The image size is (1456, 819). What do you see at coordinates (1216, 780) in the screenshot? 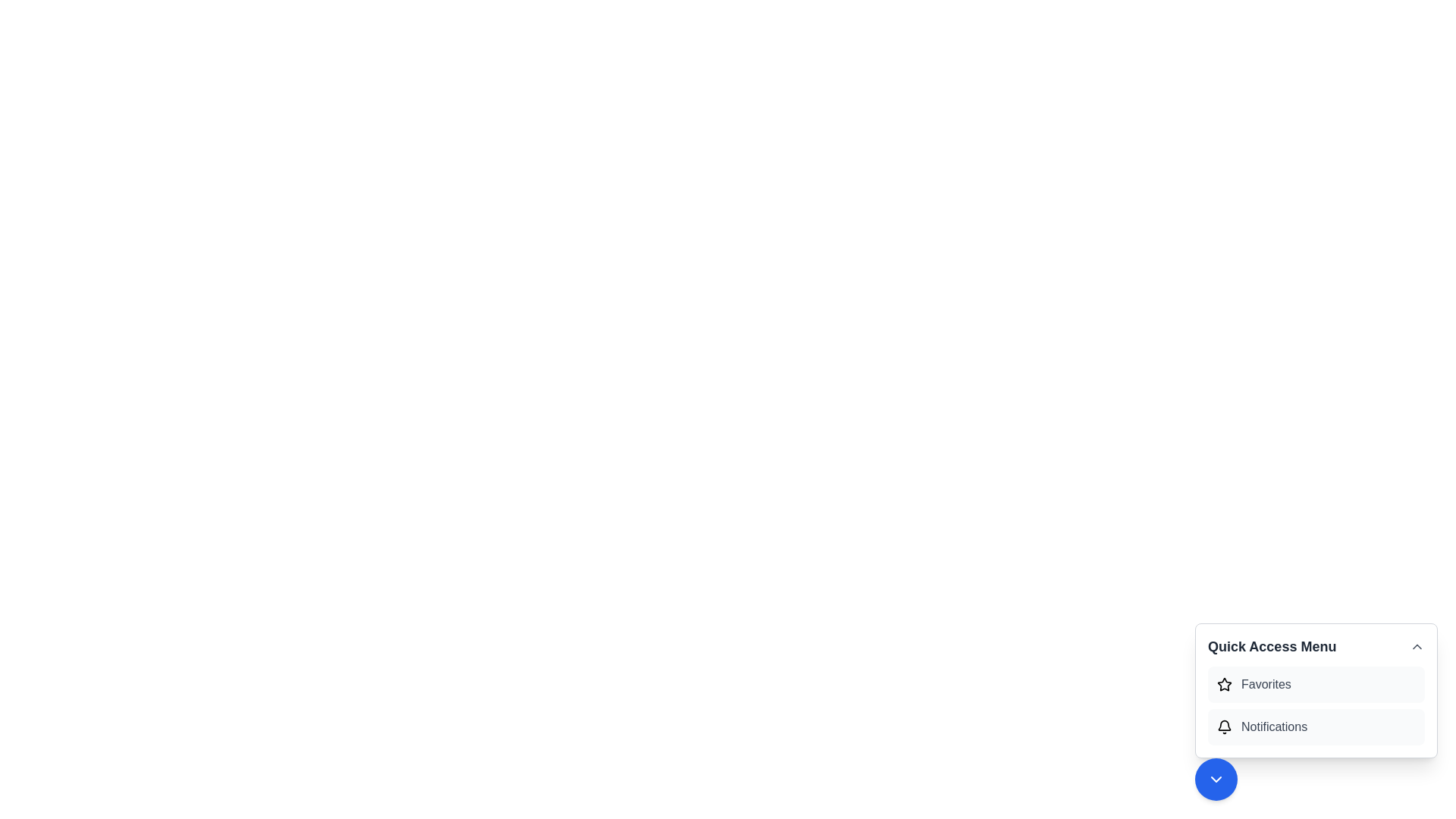
I see `the toggle button for the 'Quick Access Menu' panel` at bounding box center [1216, 780].